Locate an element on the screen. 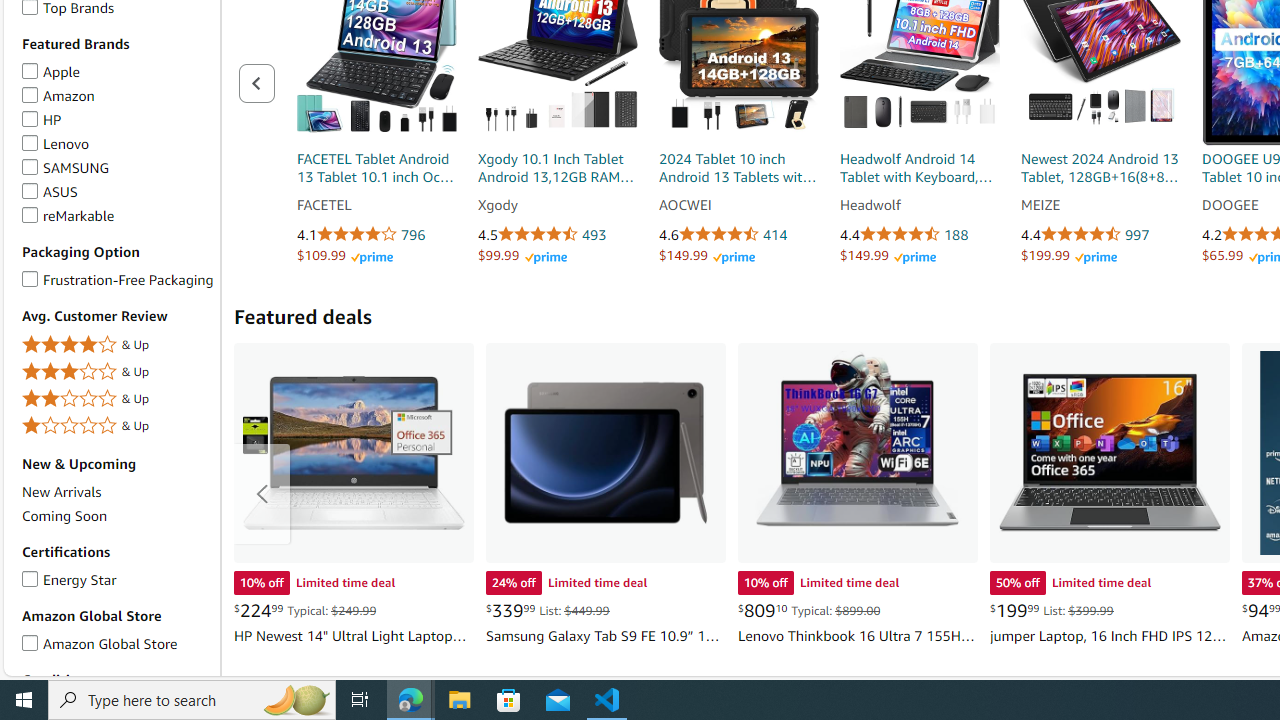 This screenshot has width=1280, height=720. 'reMarkablereMarkable' is located at coordinates (116, 216).